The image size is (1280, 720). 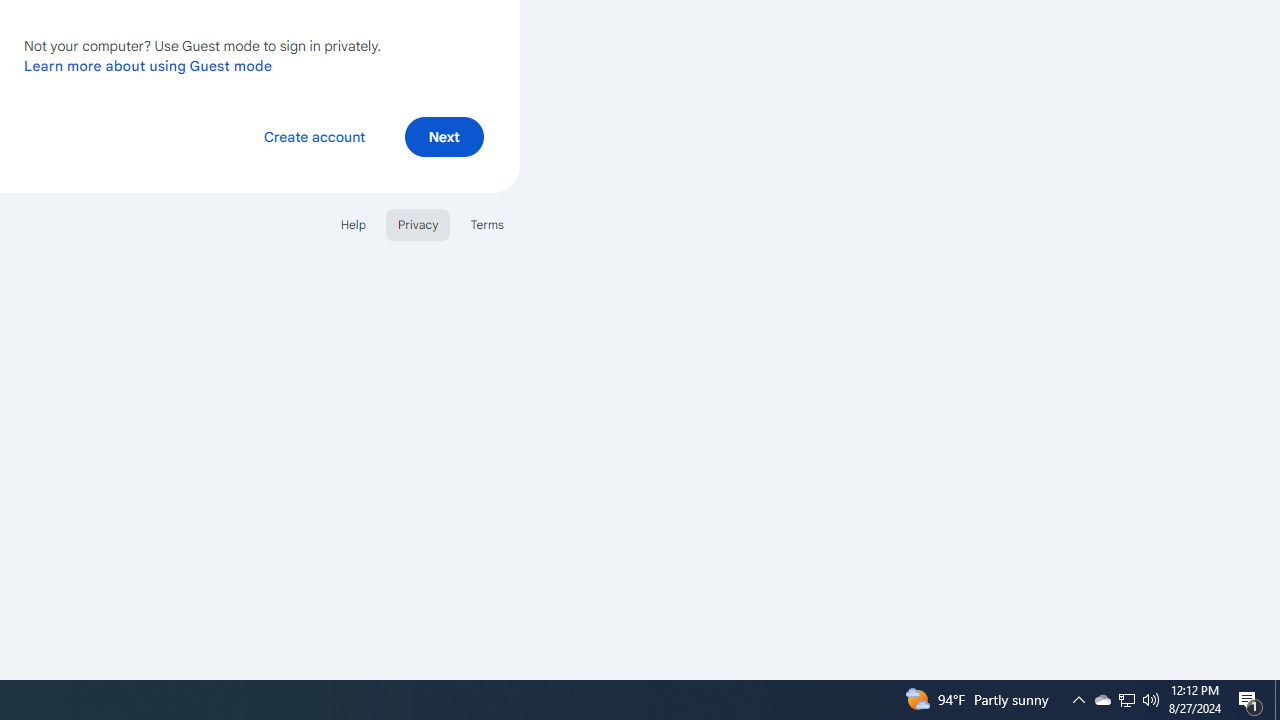 What do you see at coordinates (313, 135) in the screenshot?
I see `'Create account'` at bounding box center [313, 135].